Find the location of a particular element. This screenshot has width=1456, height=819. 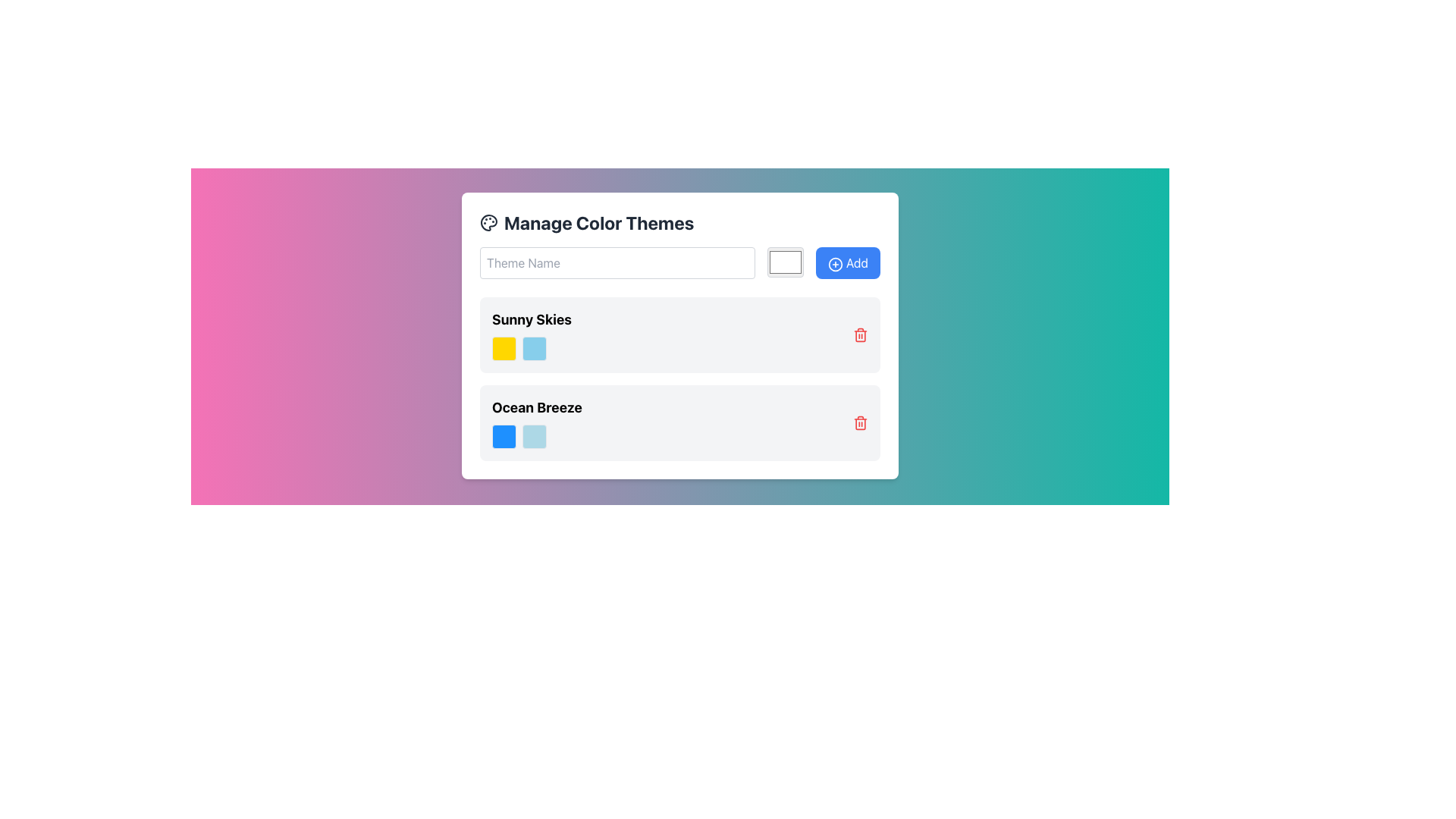

the Color Picker or Swatch in the 'Sunny Skies' section is located at coordinates (535, 348).